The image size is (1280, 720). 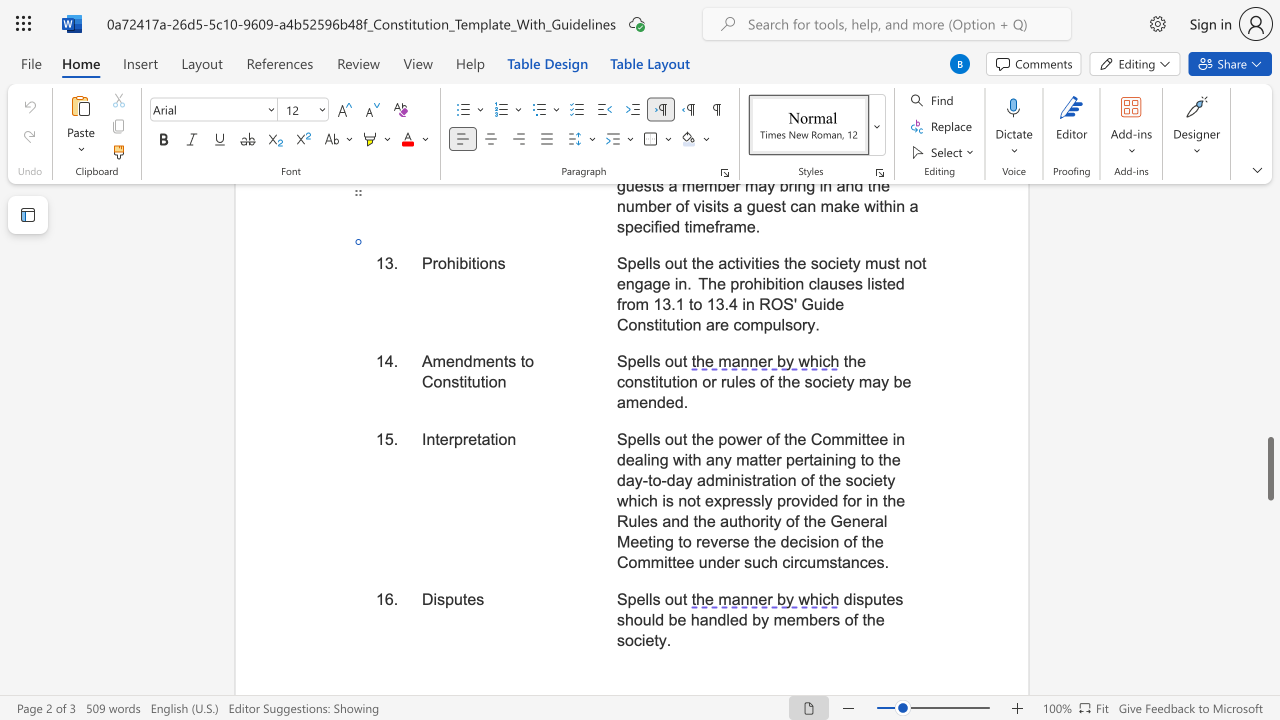 I want to click on the 2th character "r" in the text, so click(x=464, y=438).